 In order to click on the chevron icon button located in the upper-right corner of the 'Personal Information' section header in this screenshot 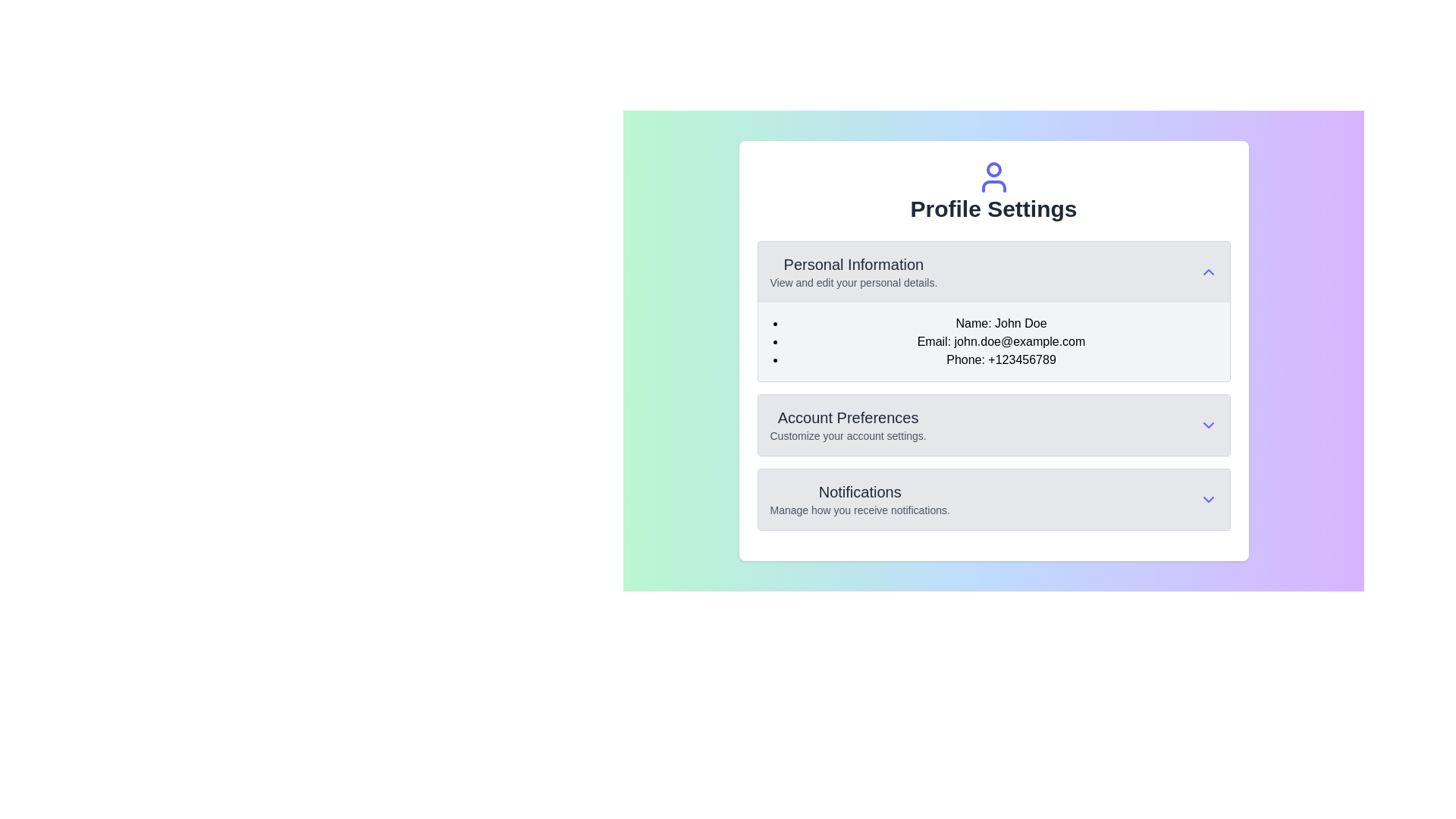, I will do `click(1207, 271)`.